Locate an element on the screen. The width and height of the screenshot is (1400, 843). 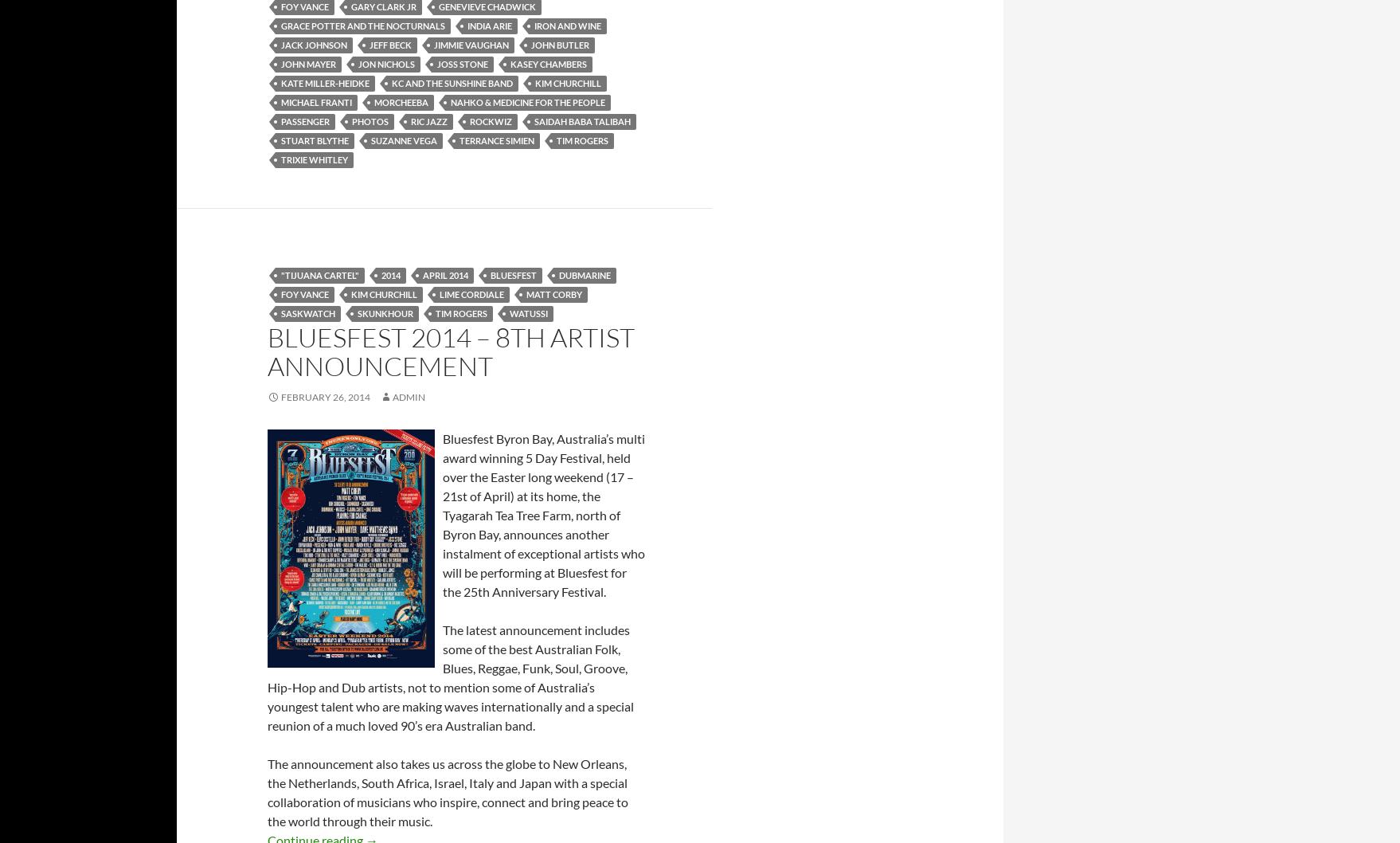
'Saskwatch' is located at coordinates (281, 312).